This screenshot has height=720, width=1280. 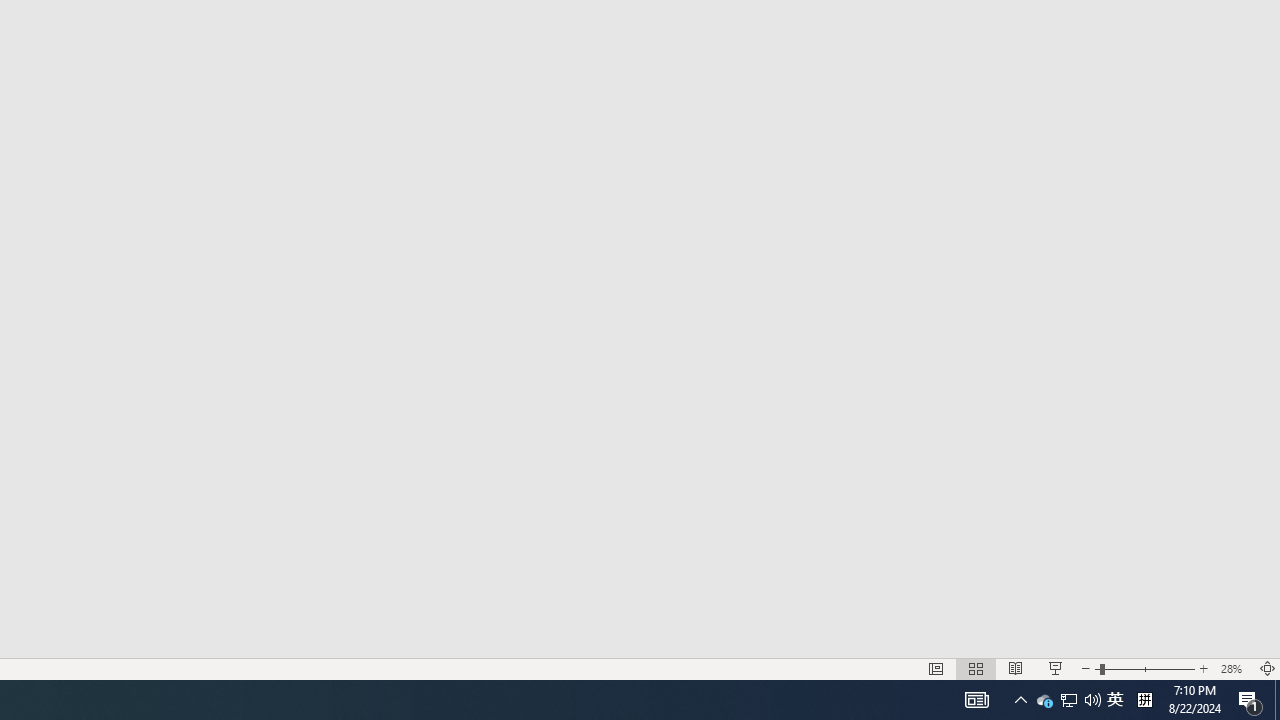 What do you see at coordinates (1233, 669) in the screenshot?
I see `'Zoom 28%'` at bounding box center [1233, 669].